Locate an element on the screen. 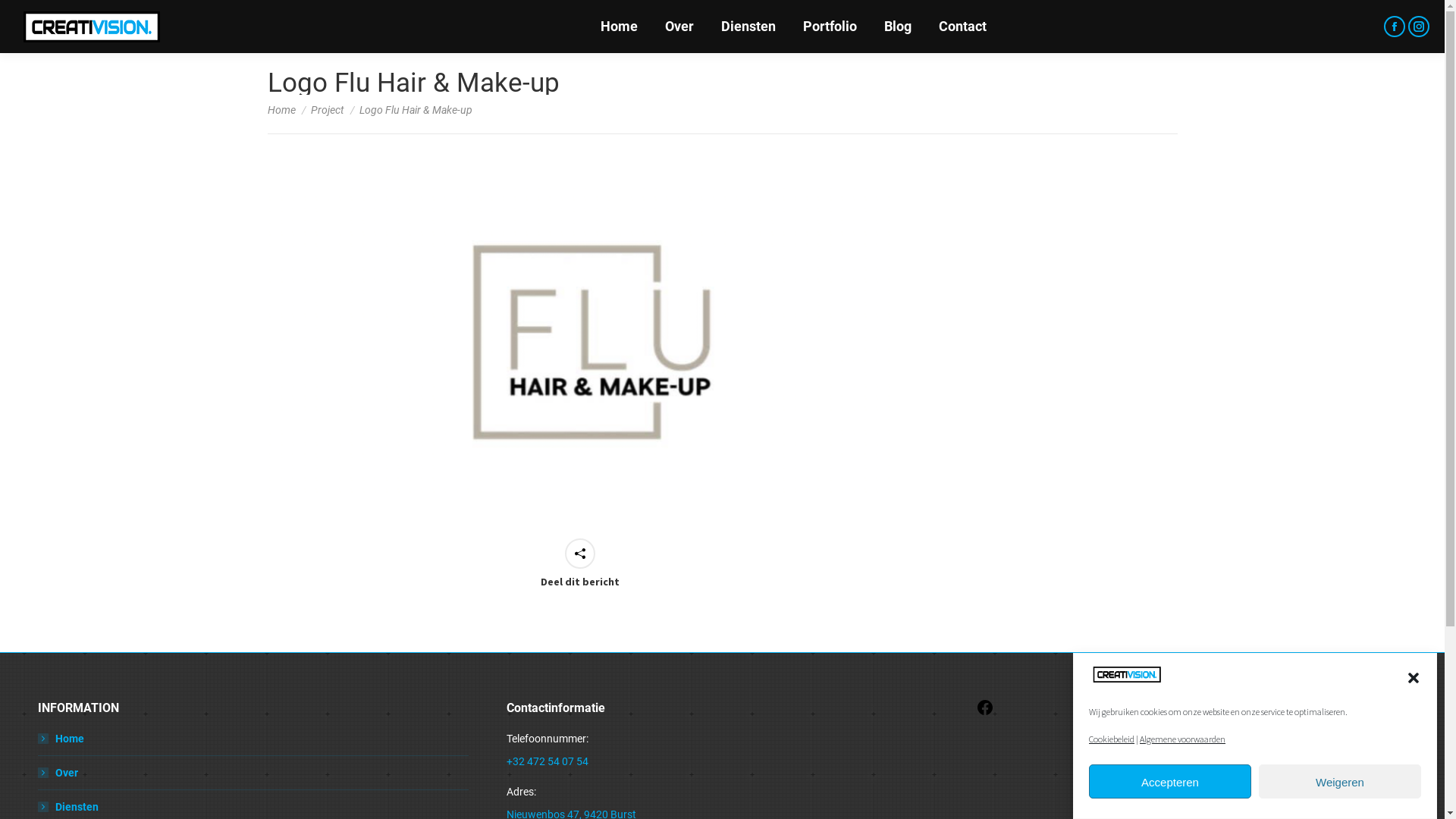  'Facebook' is located at coordinates (985, 713).